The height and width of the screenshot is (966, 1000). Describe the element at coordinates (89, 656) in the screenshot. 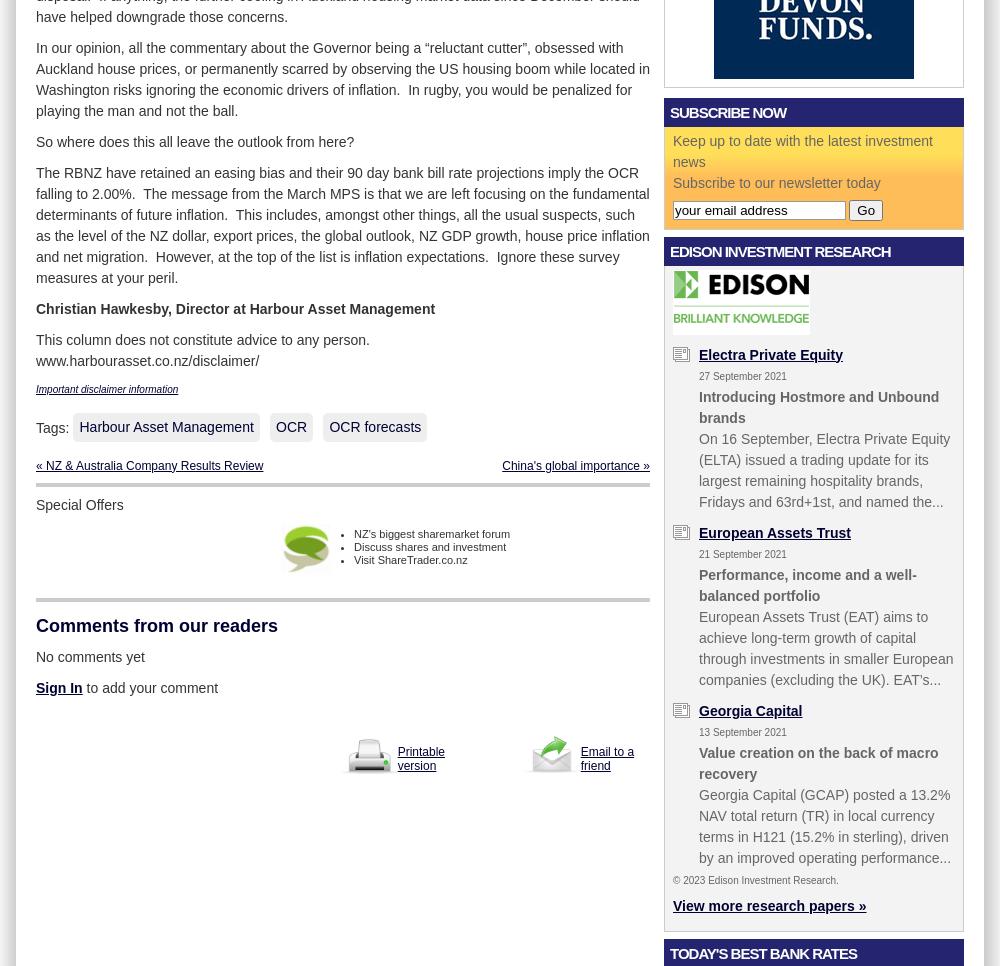

I see `'No comments yet'` at that location.